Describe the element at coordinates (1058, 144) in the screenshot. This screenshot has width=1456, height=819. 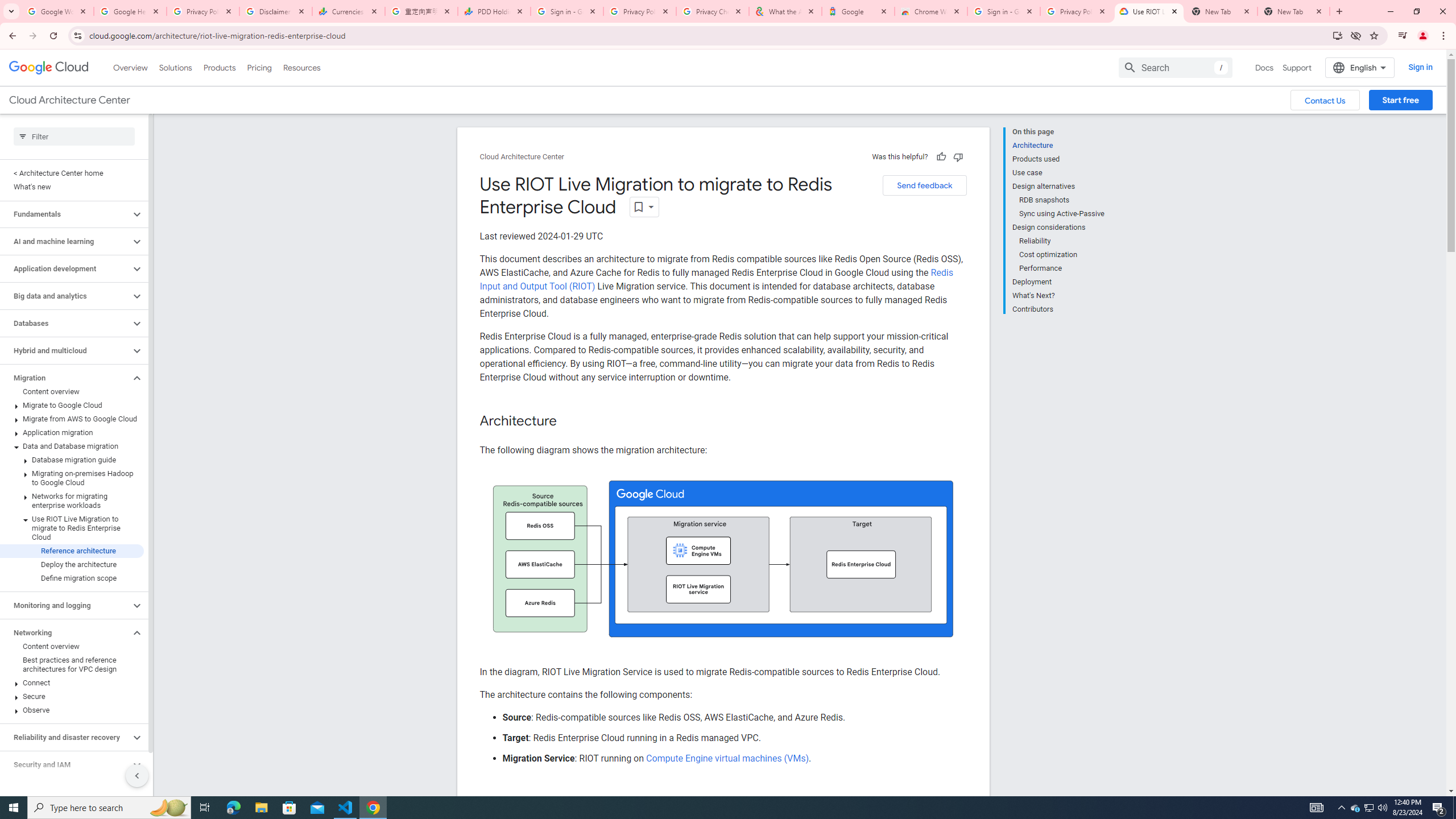
I see `'Architecture'` at that location.